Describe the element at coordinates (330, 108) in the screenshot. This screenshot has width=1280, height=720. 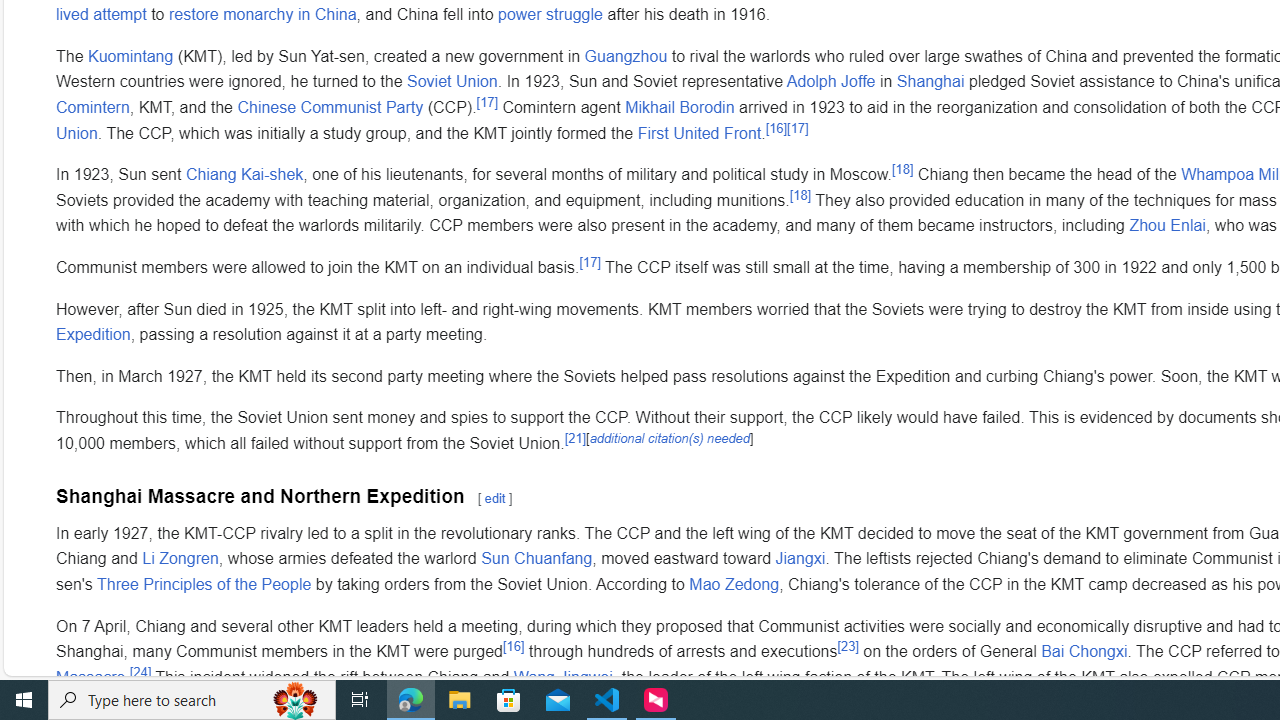
I see `'Chinese Communist Party'` at that location.